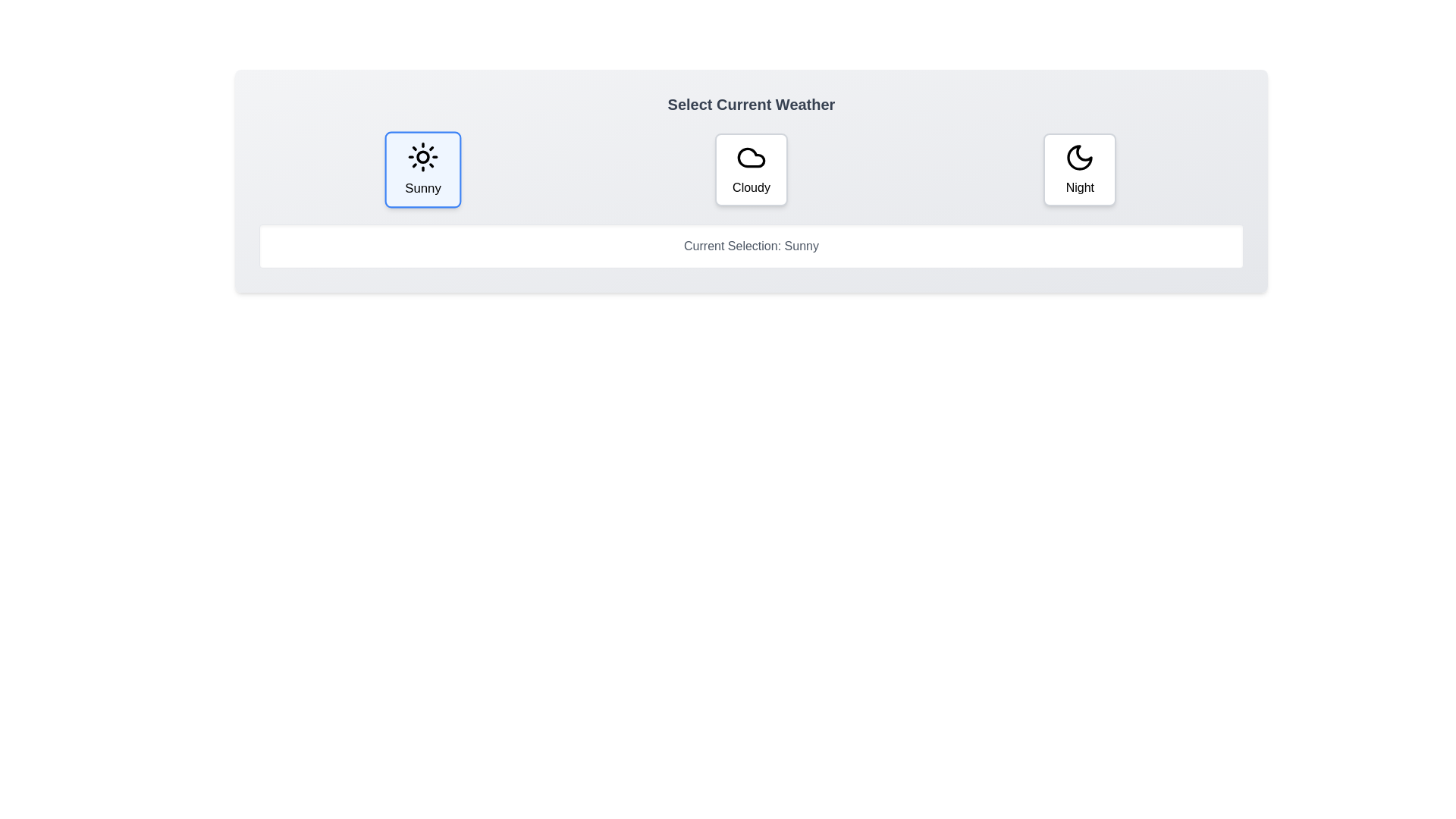  I want to click on the Cloudy button to observe its hover effect, so click(750, 169).